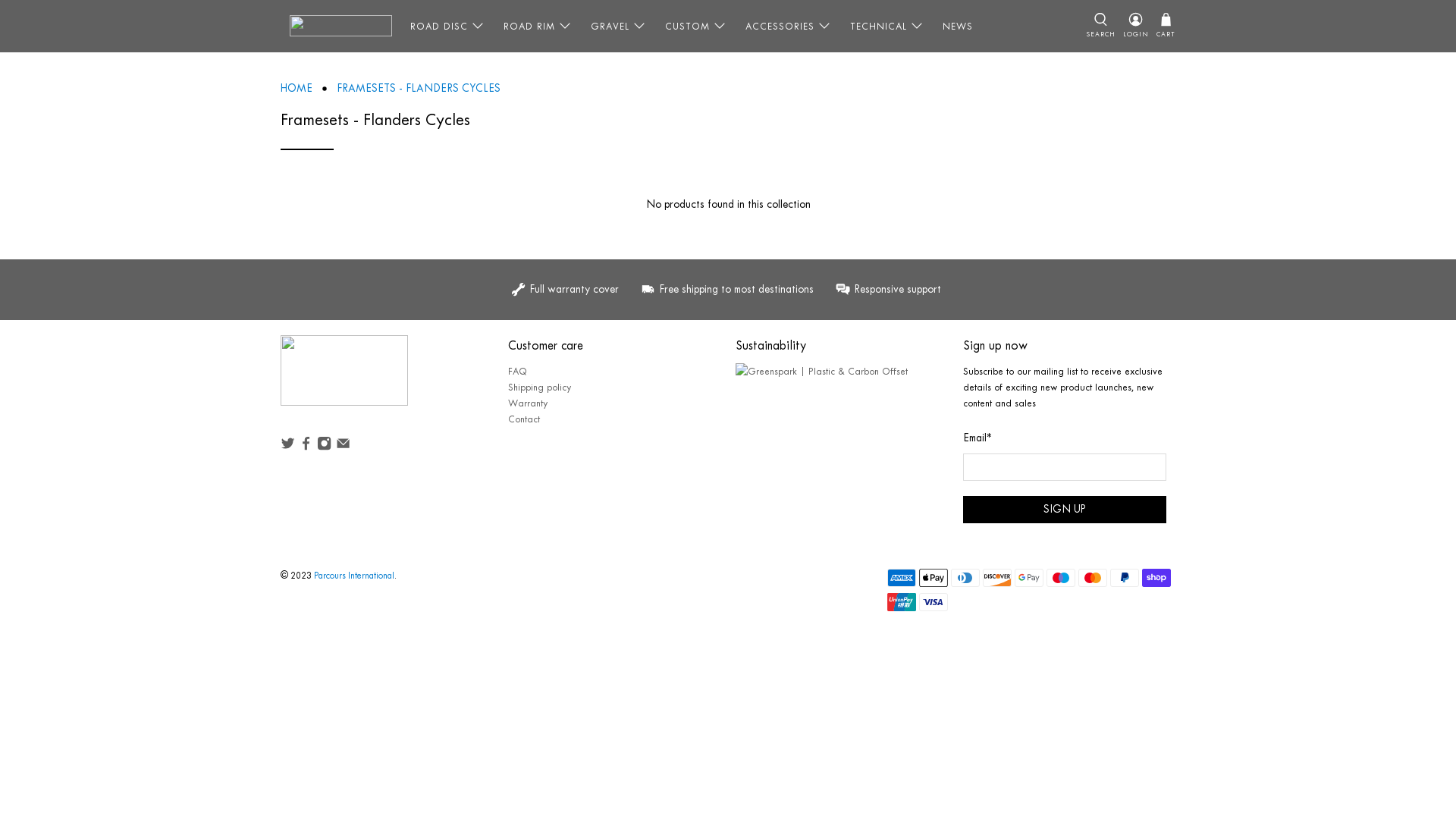 The height and width of the screenshot is (819, 1456). Describe the element at coordinates (280, 88) in the screenshot. I see `'HOME'` at that location.